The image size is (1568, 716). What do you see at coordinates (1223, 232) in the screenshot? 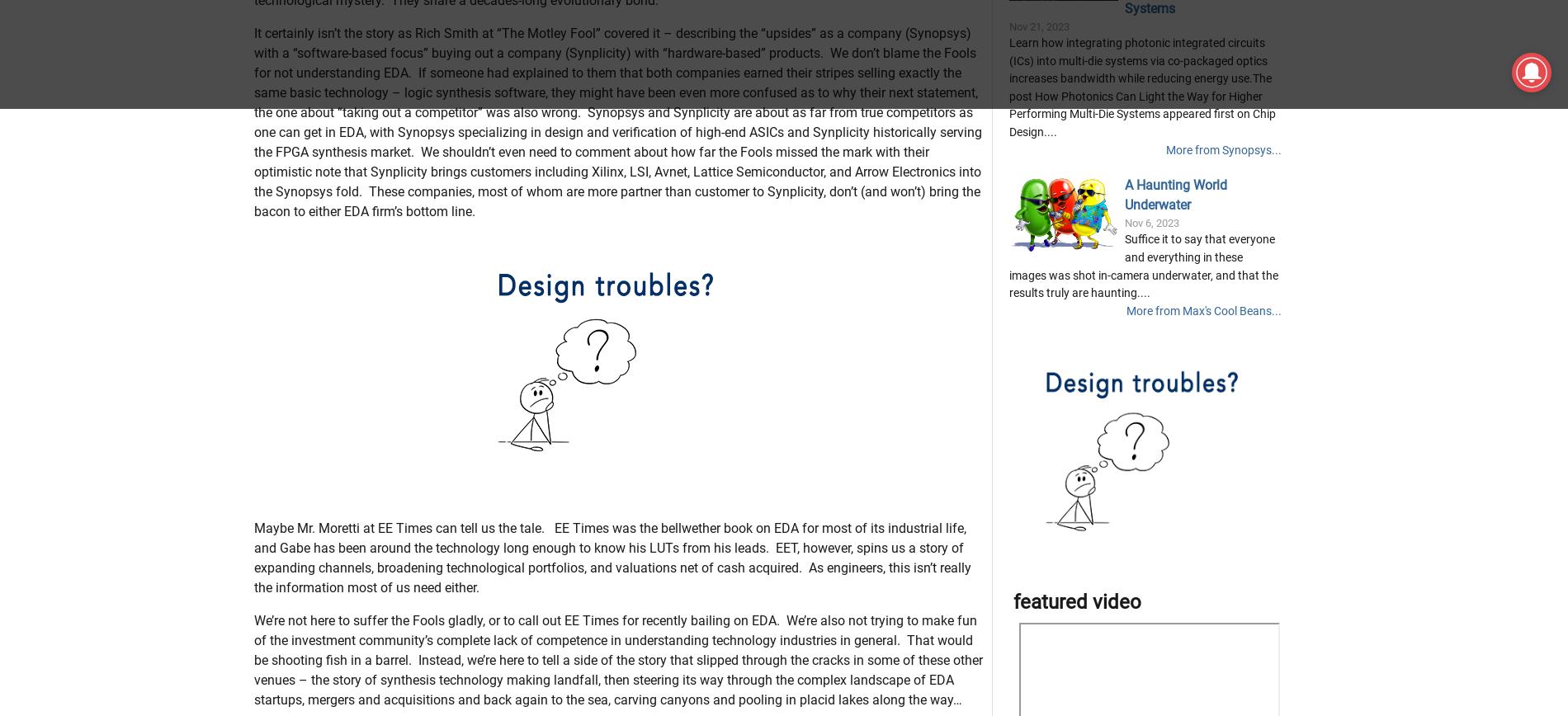
I see `'More from Synopsys...'` at bounding box center [1223, 232].